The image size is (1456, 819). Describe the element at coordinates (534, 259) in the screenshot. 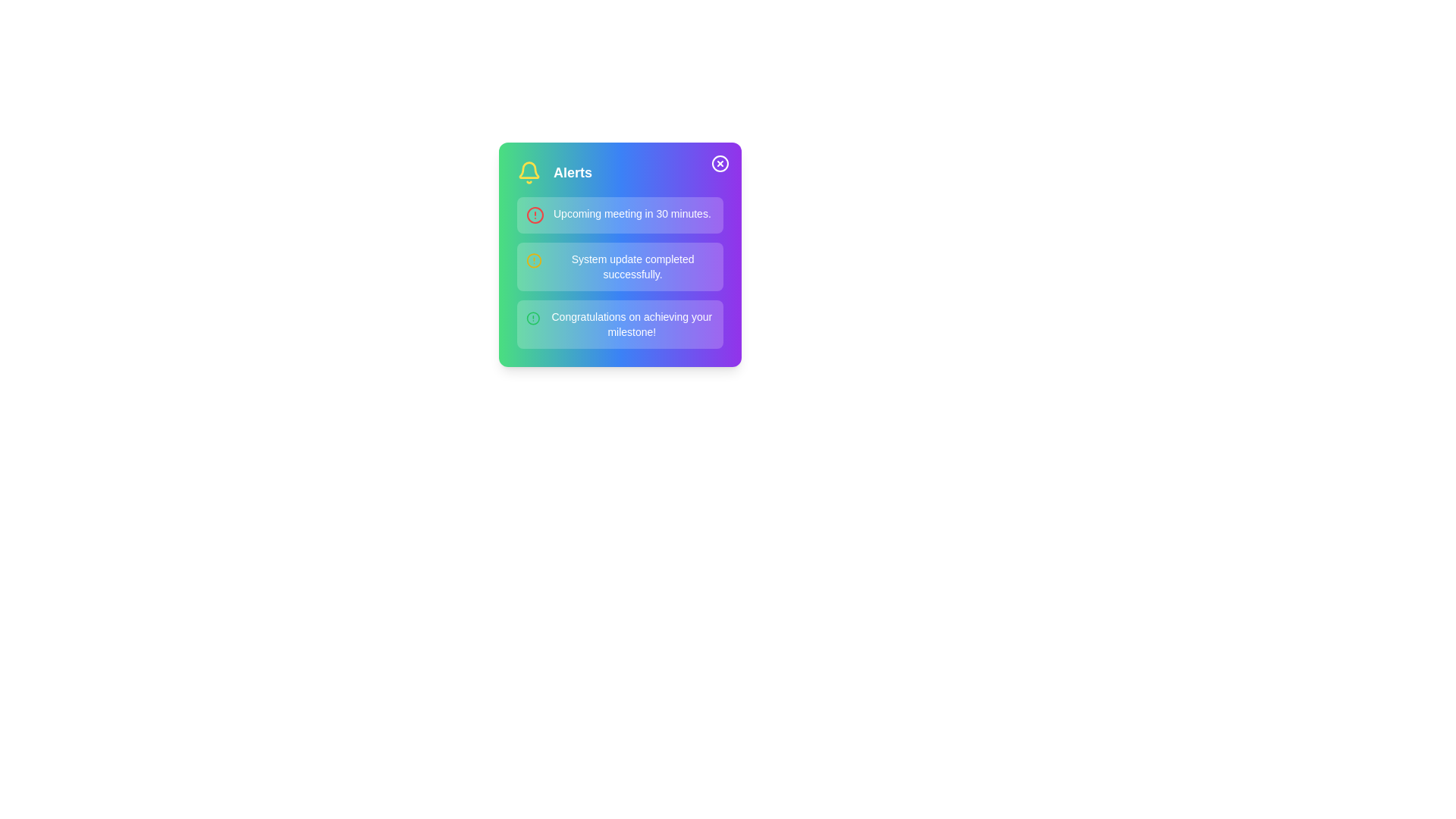

I see `the circular alert icon with a yellow outline located in the second row of the notification list, directly to the left of the text 'System update completed successfully.'` at that location.